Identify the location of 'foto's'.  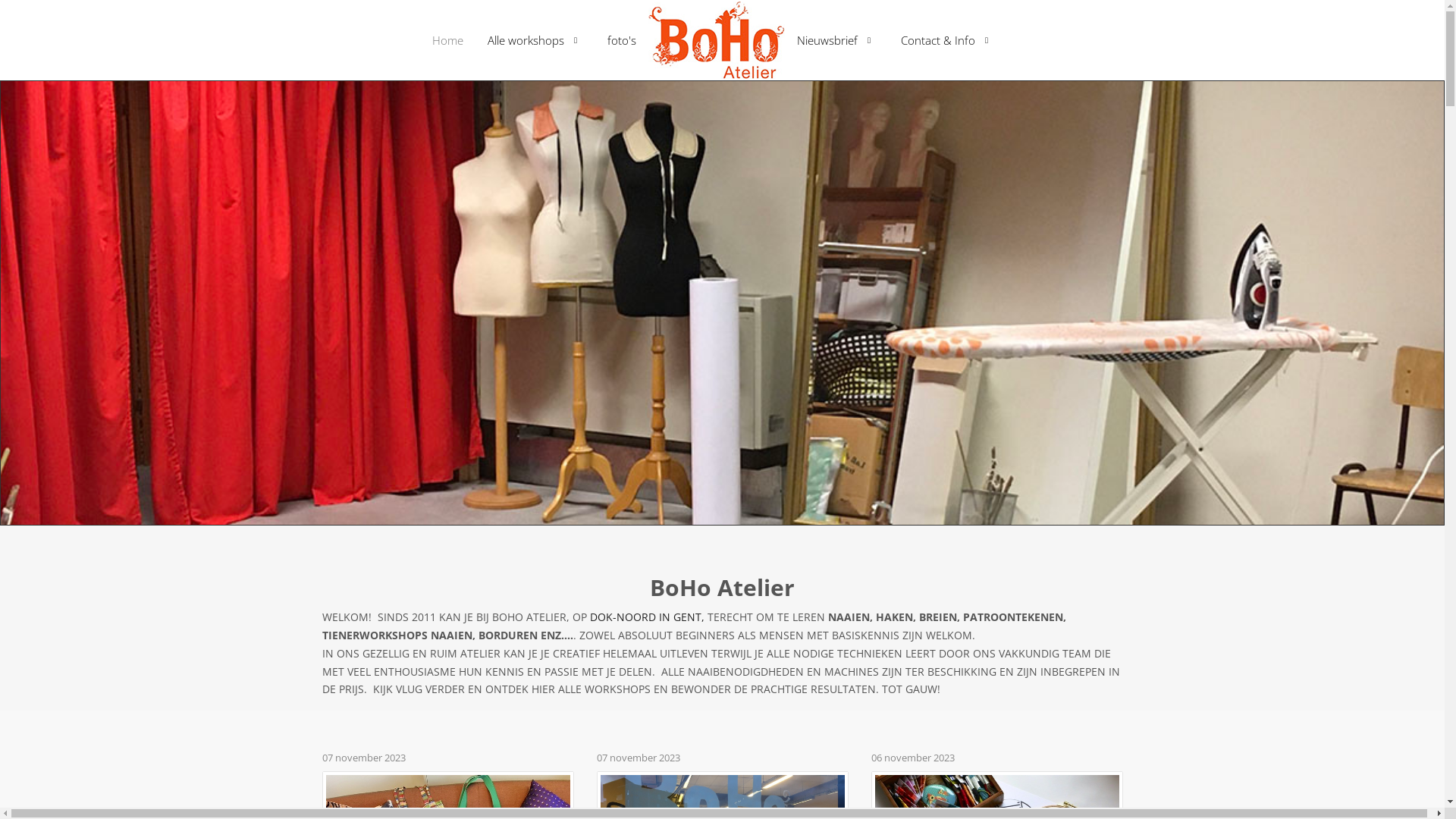
(595, 39).